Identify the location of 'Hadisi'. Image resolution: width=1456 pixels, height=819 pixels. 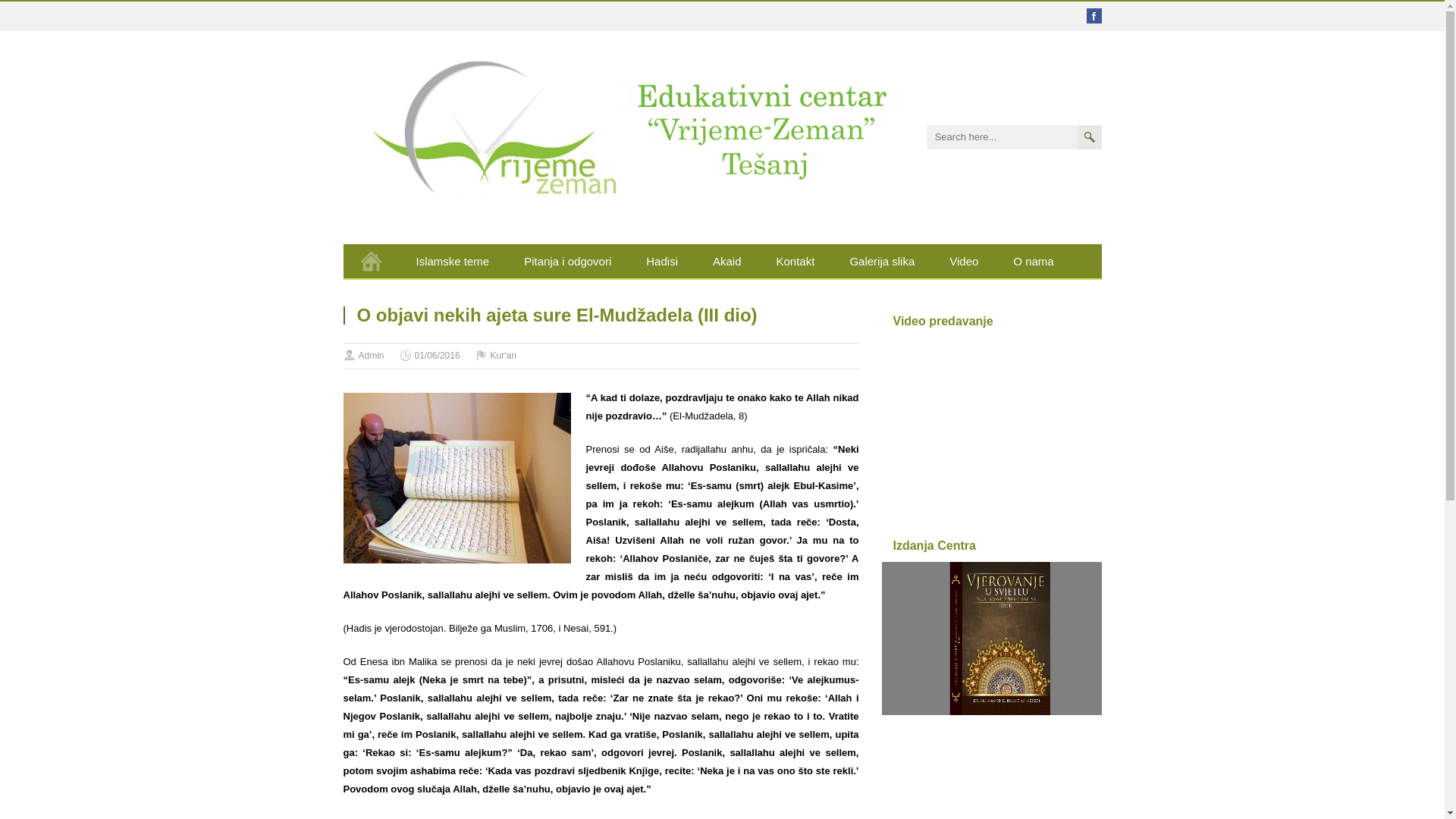
(662, 260).